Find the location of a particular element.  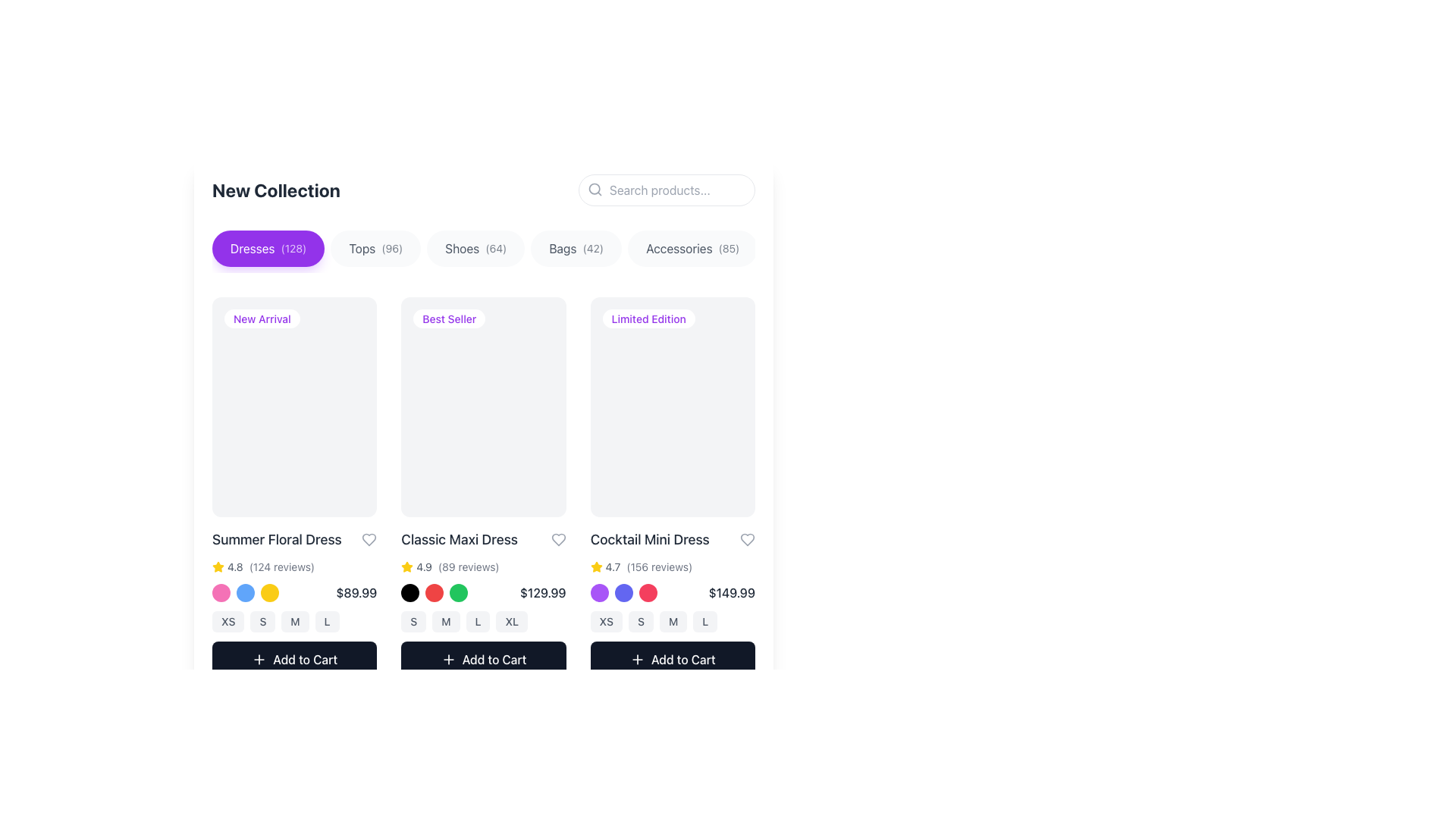

the 'Best Seller' label located in the 'Classic Maxi Dress' card, which is the second product card from the left in a horizontal row display, positioned near the upper region of the card and directly below the 'Dresses' category selector is located at coordinates (448, 318).